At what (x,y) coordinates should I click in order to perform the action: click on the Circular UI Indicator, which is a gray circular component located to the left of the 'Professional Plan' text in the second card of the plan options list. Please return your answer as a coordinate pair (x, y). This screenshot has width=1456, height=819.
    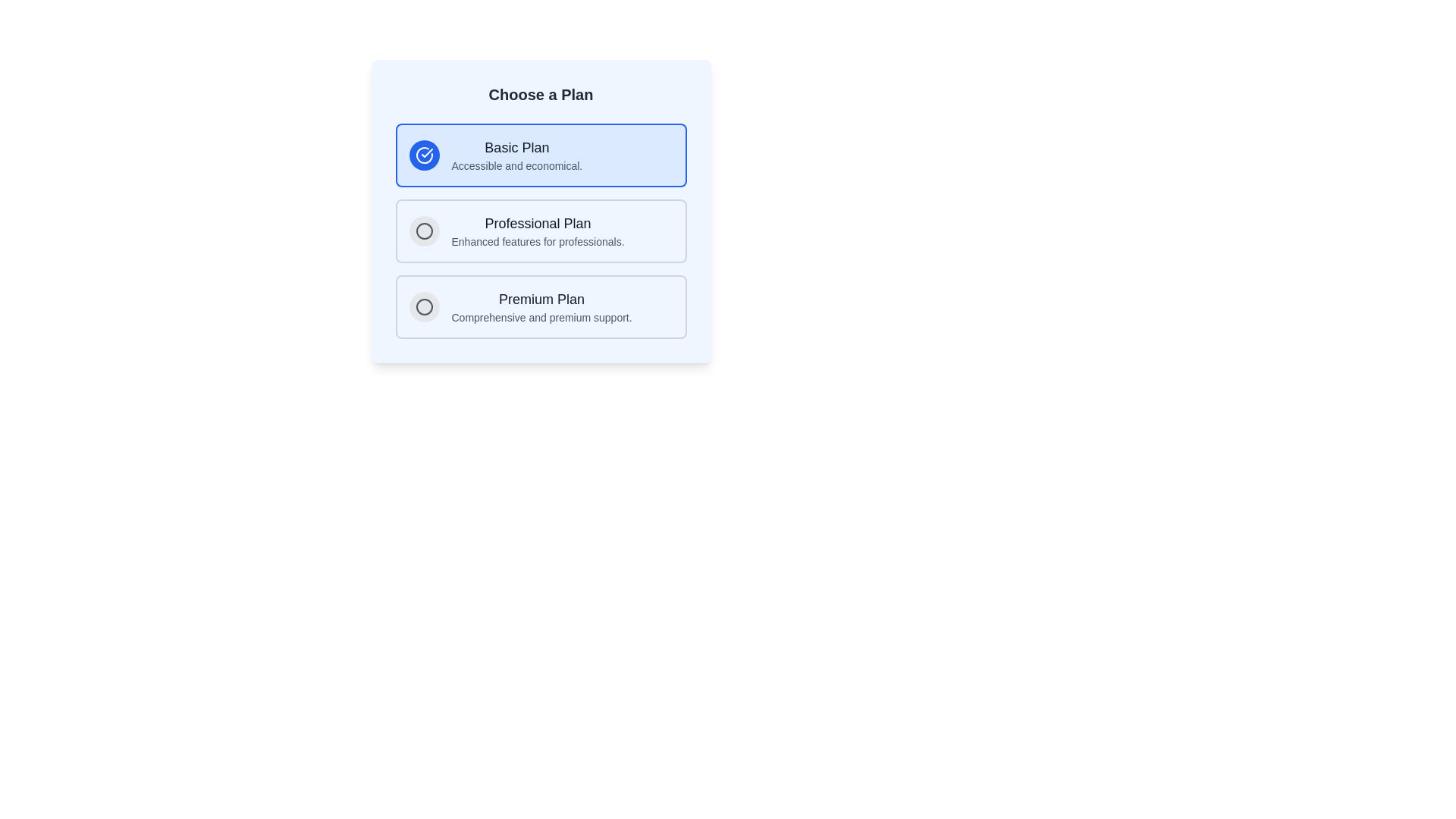
    Looking at the image, I should click on (424, 231).